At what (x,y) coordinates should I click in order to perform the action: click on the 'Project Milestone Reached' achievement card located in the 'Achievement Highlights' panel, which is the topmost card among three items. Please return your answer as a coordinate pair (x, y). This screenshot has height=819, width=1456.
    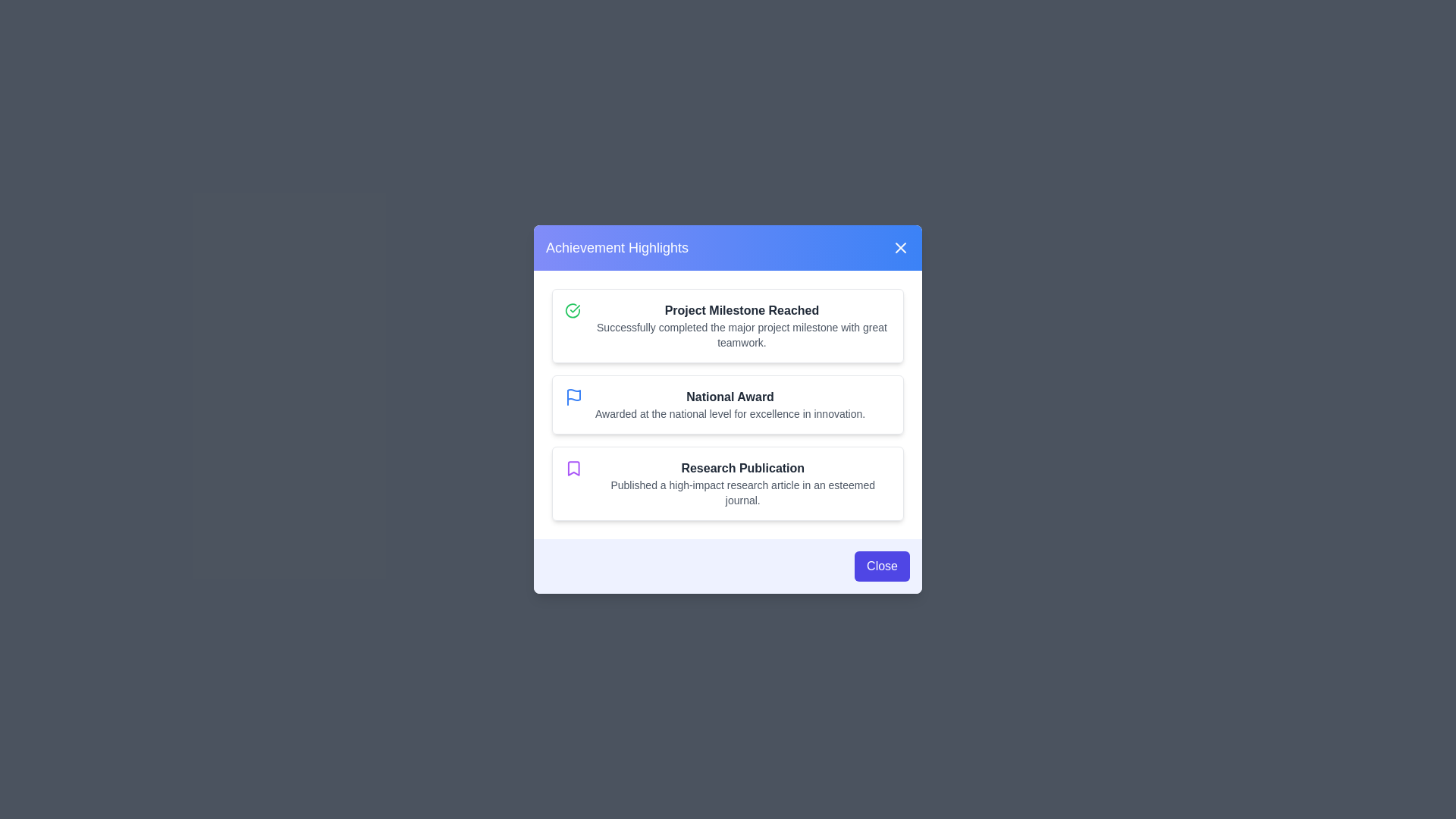
    Looking at the image, I should click on (742, 325).